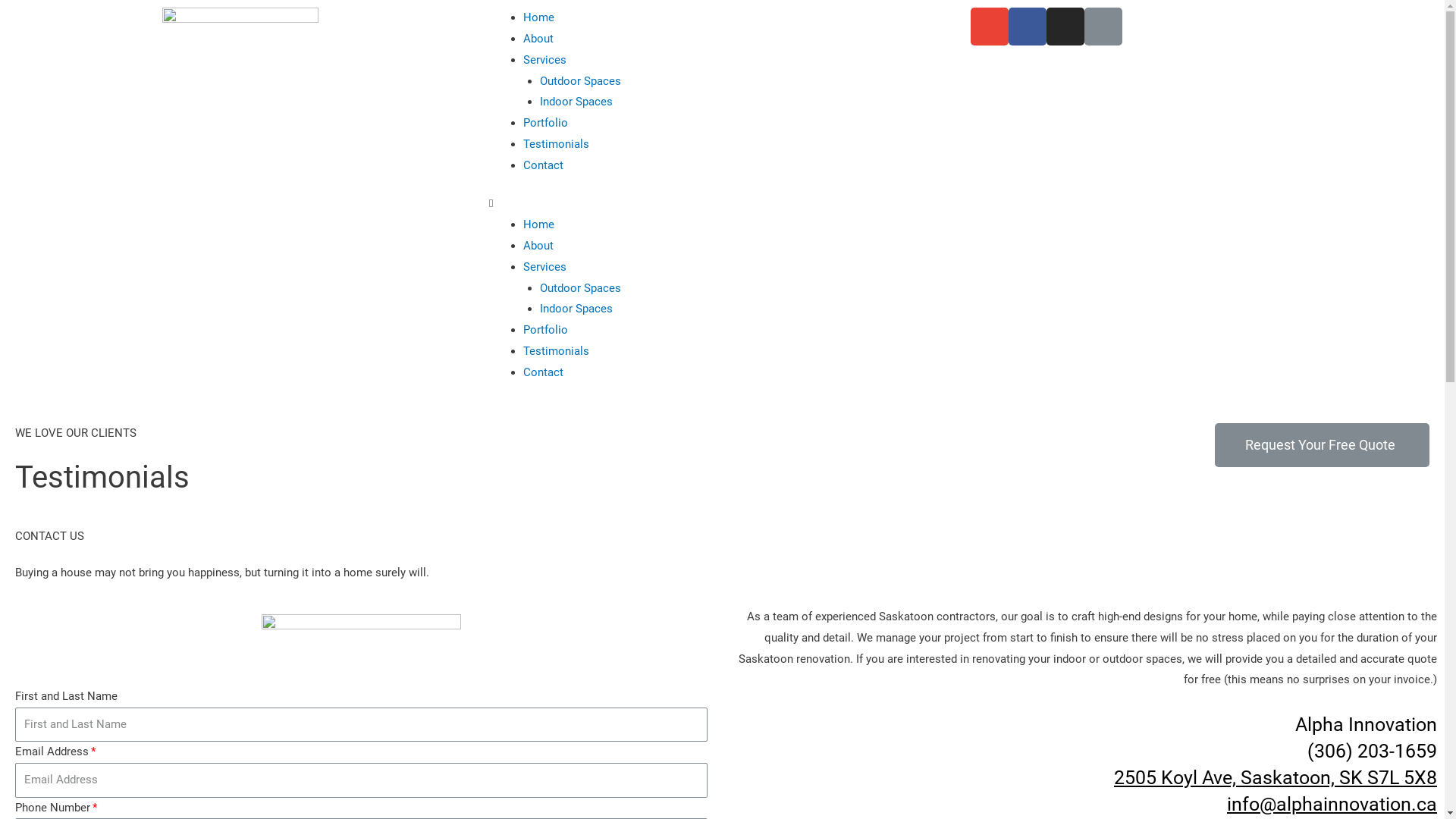  Describe the element at coordinates (545, 122) in the screenshot. I see `'Portfolio'` at that location.